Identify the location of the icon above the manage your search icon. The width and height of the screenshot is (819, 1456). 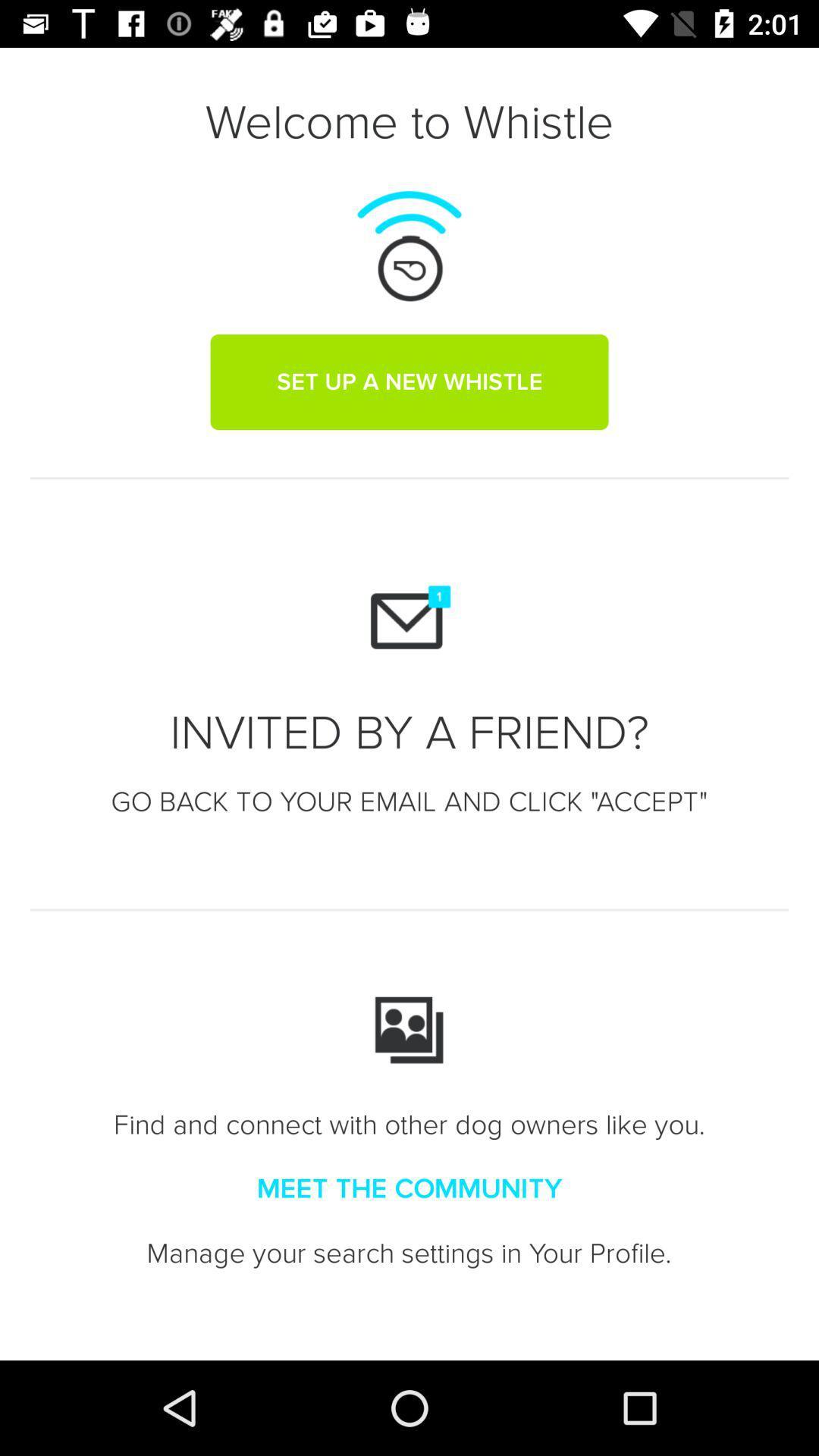
(409, 1188).